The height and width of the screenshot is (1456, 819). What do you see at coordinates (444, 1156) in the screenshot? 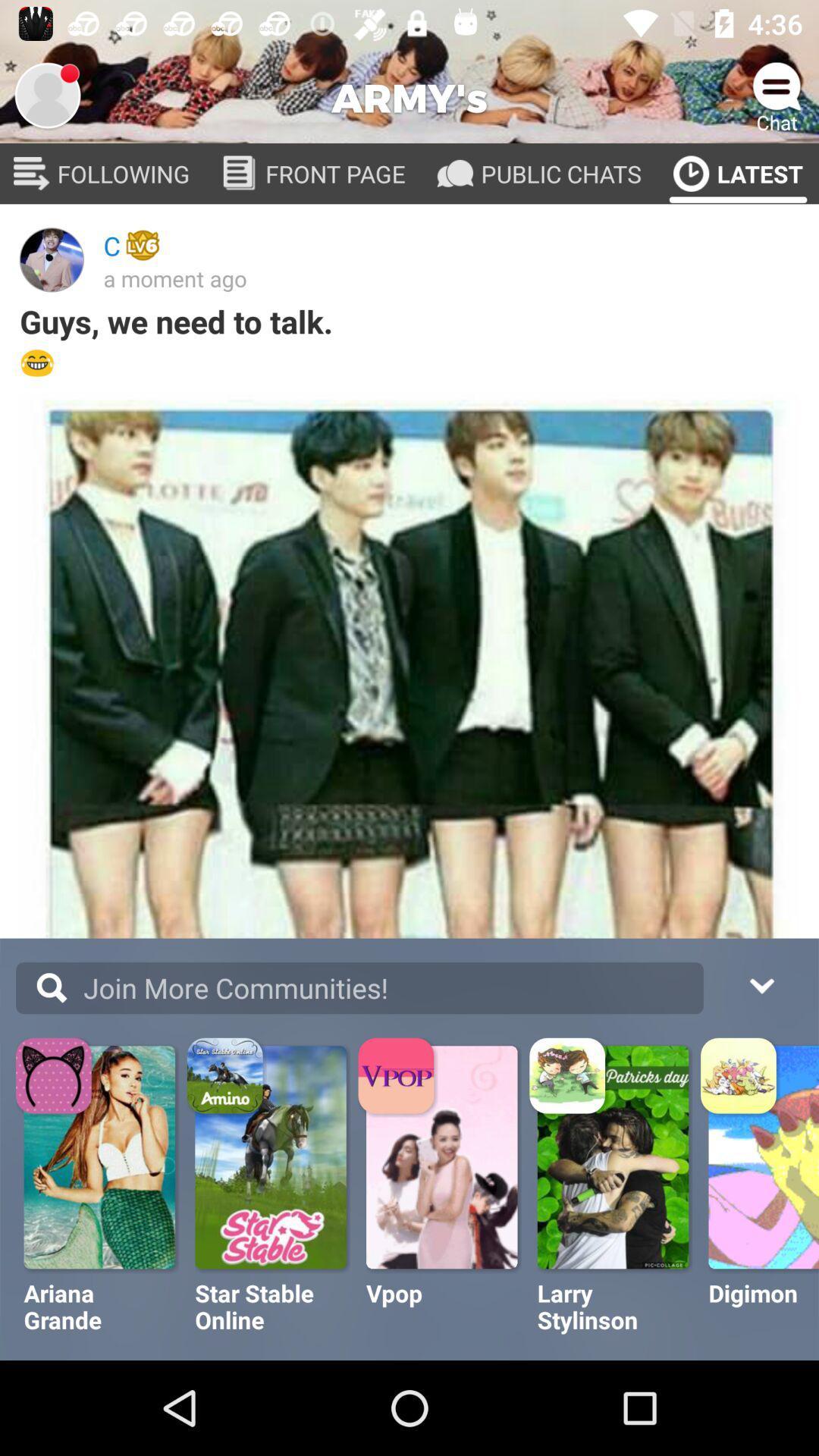
I see `the v pop picture` at bounding box center [444, 1156].